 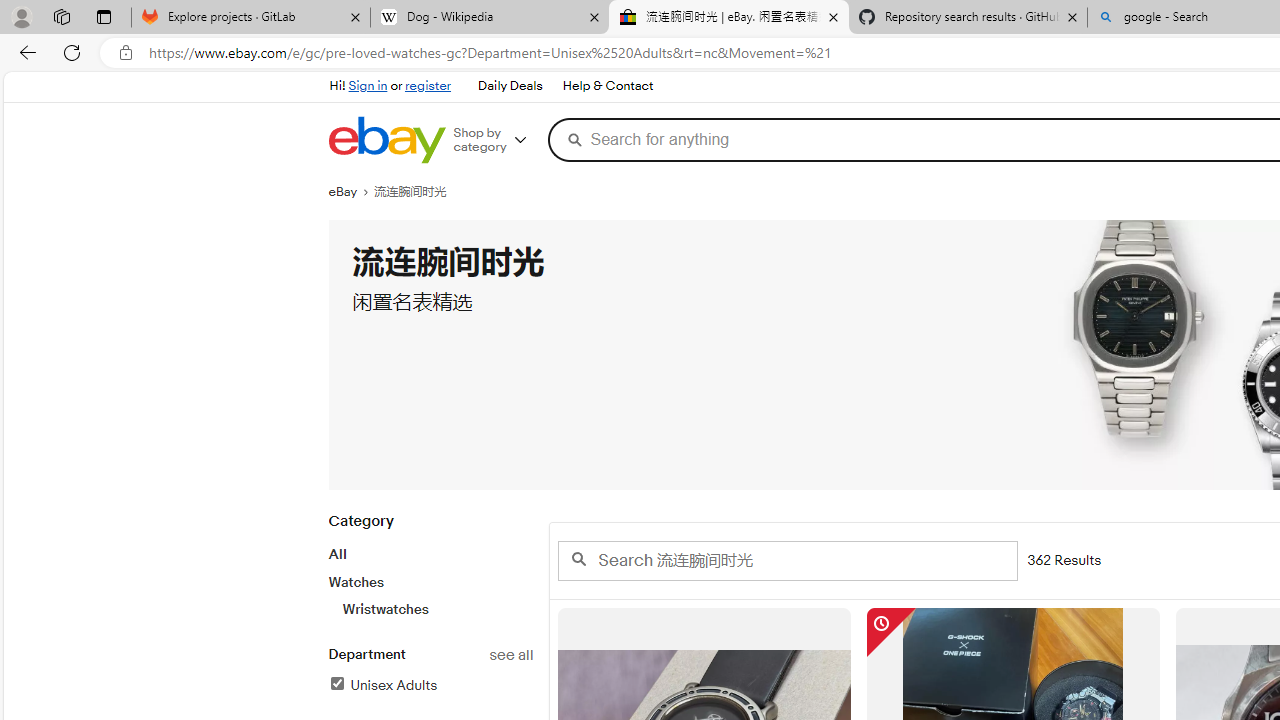 I want to click on 'register', so click(x=427, y=85).